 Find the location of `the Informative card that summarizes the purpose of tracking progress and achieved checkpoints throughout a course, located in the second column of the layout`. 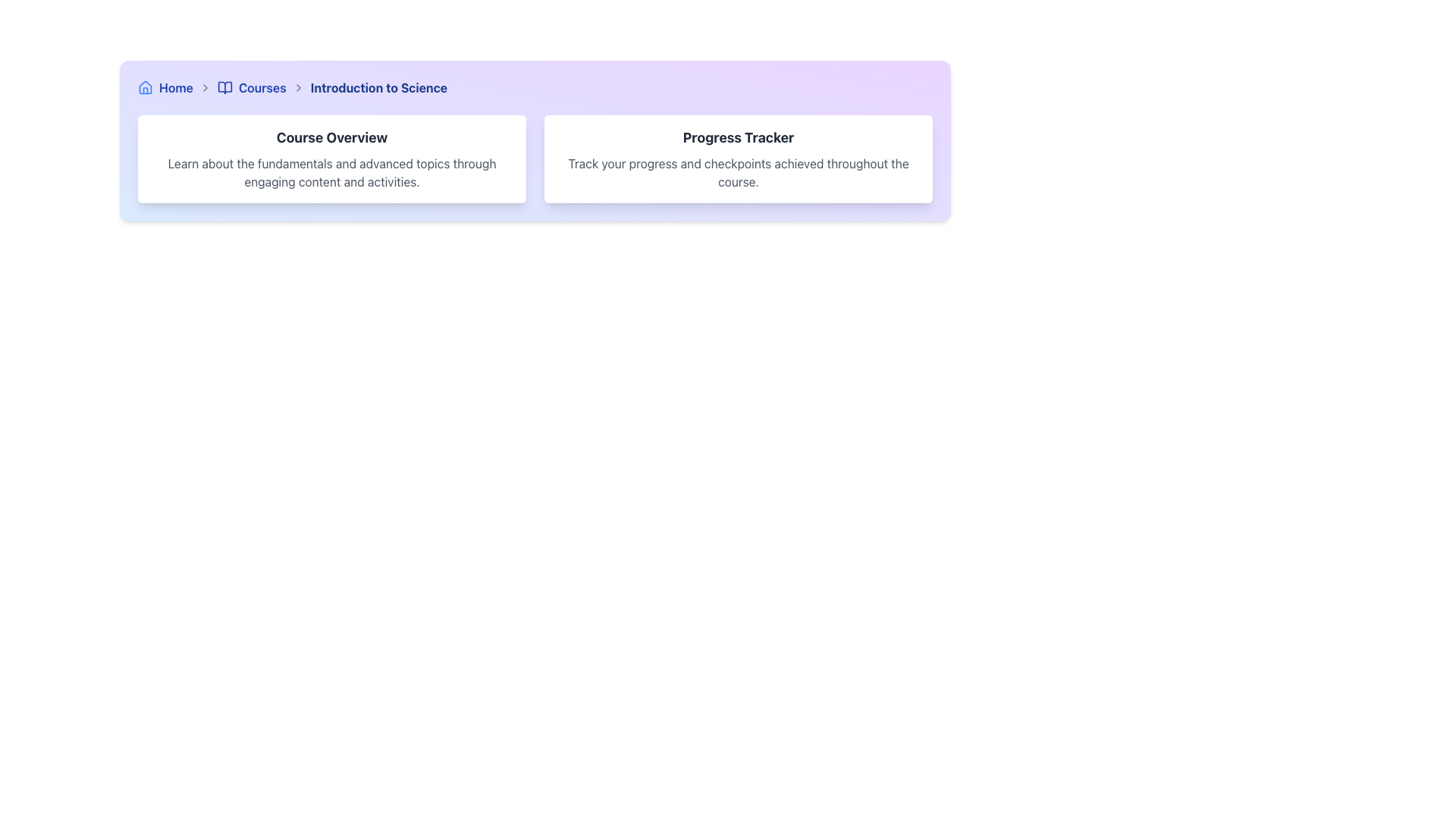

the Informative card that summarizes the purpose of tracking progress and achieved checkpoints throughout a course, located in the second column of the layout is located at coordinates (739, 158).